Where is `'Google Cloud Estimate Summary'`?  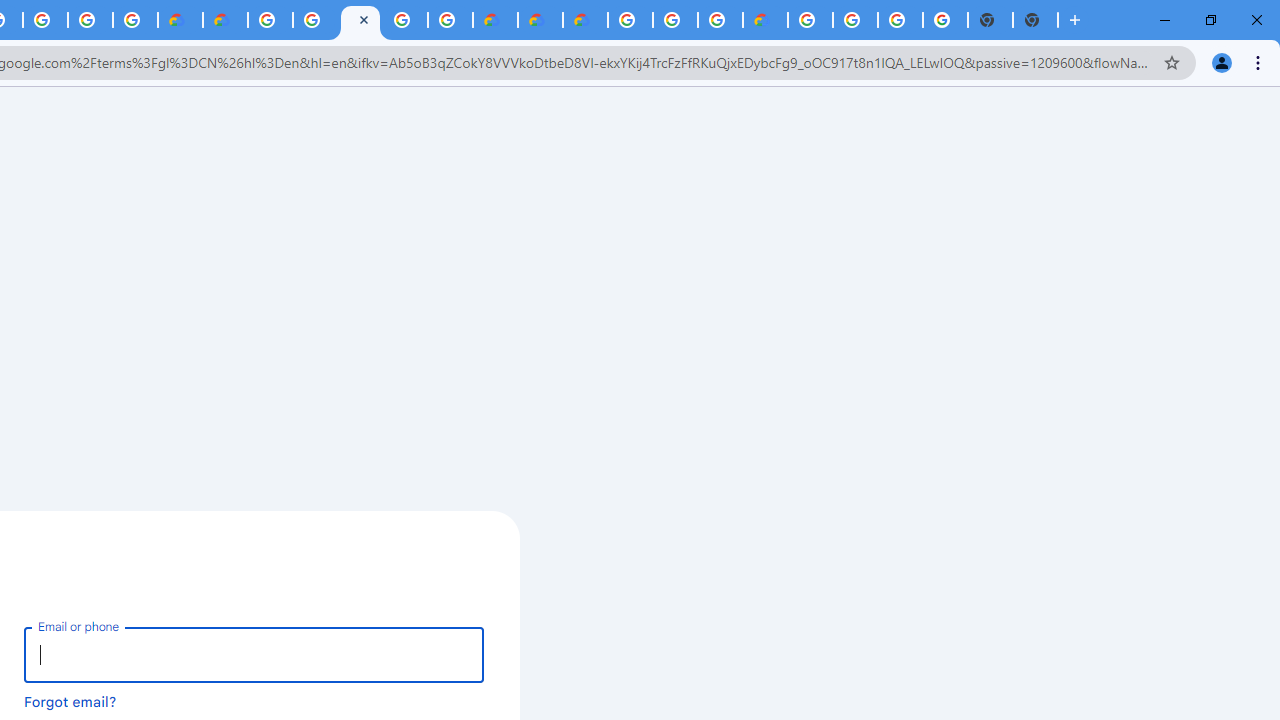 'Google Cloud Estimate Summary' is located at coordinates (584, 20).